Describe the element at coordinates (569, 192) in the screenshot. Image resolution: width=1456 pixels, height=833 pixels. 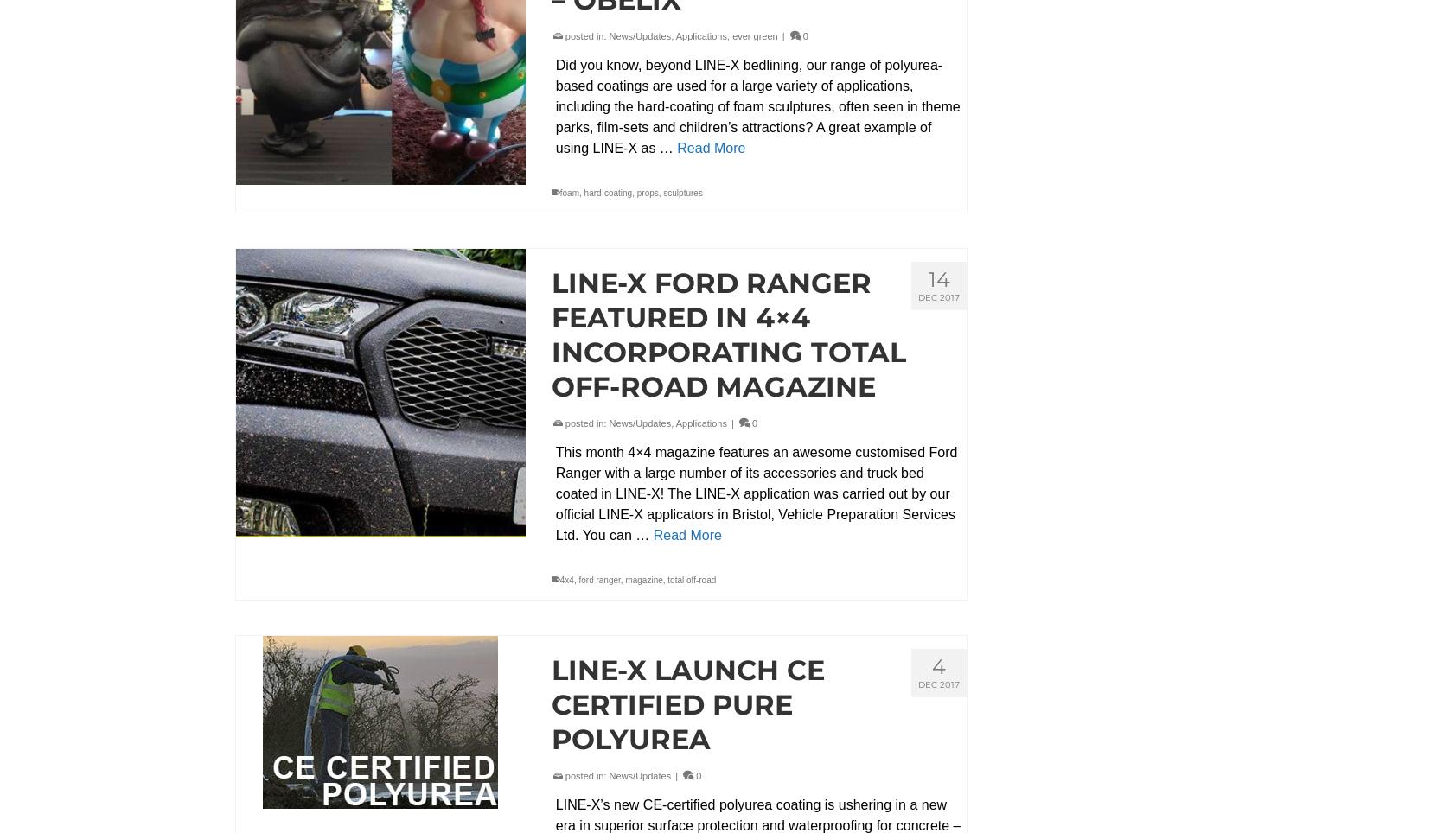
I see `'foam'` at that location.